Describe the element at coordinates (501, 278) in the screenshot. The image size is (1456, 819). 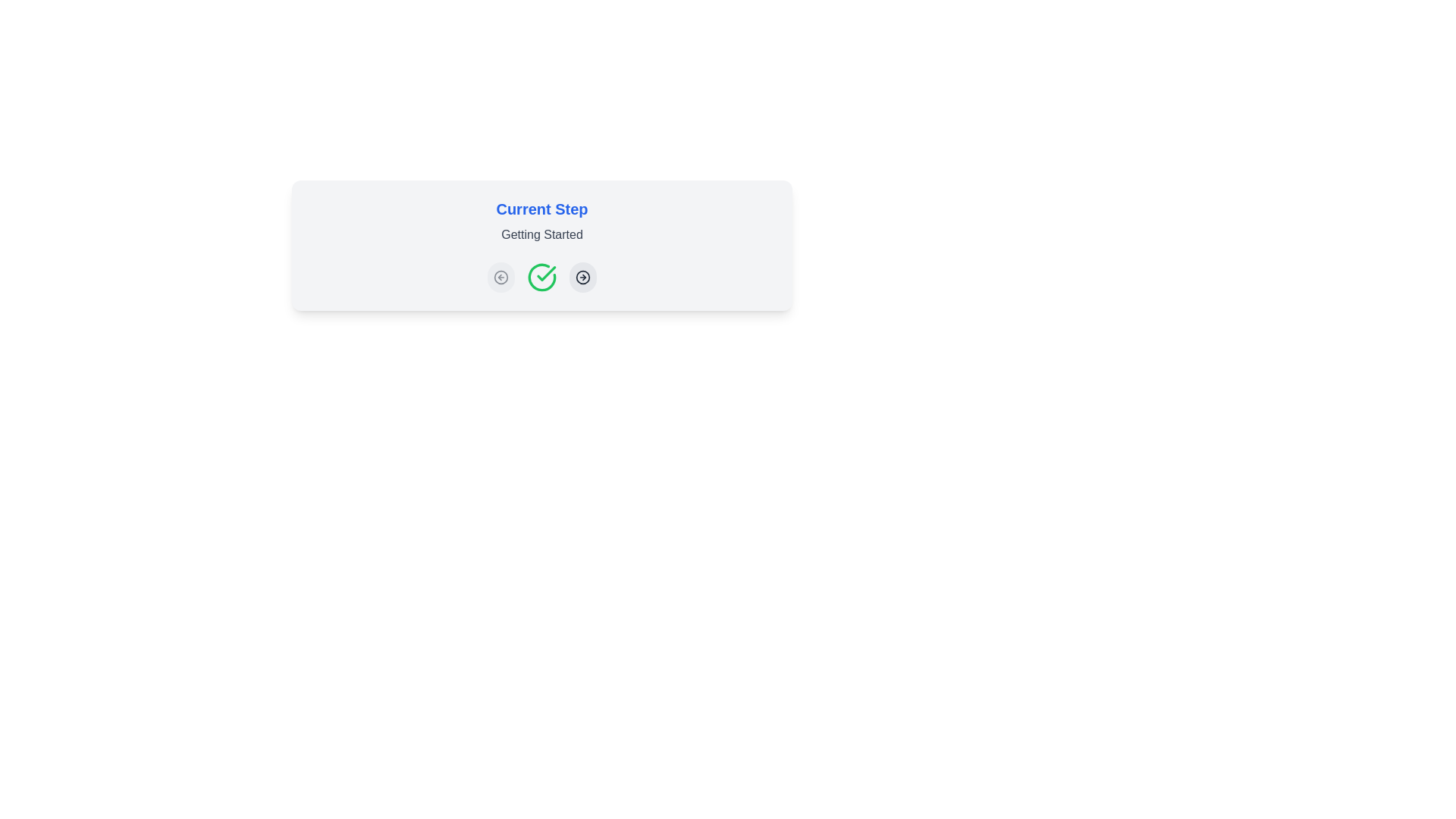
I see `the left-most circular button with a gray background and an inward-facing arrow symbol` at that location.